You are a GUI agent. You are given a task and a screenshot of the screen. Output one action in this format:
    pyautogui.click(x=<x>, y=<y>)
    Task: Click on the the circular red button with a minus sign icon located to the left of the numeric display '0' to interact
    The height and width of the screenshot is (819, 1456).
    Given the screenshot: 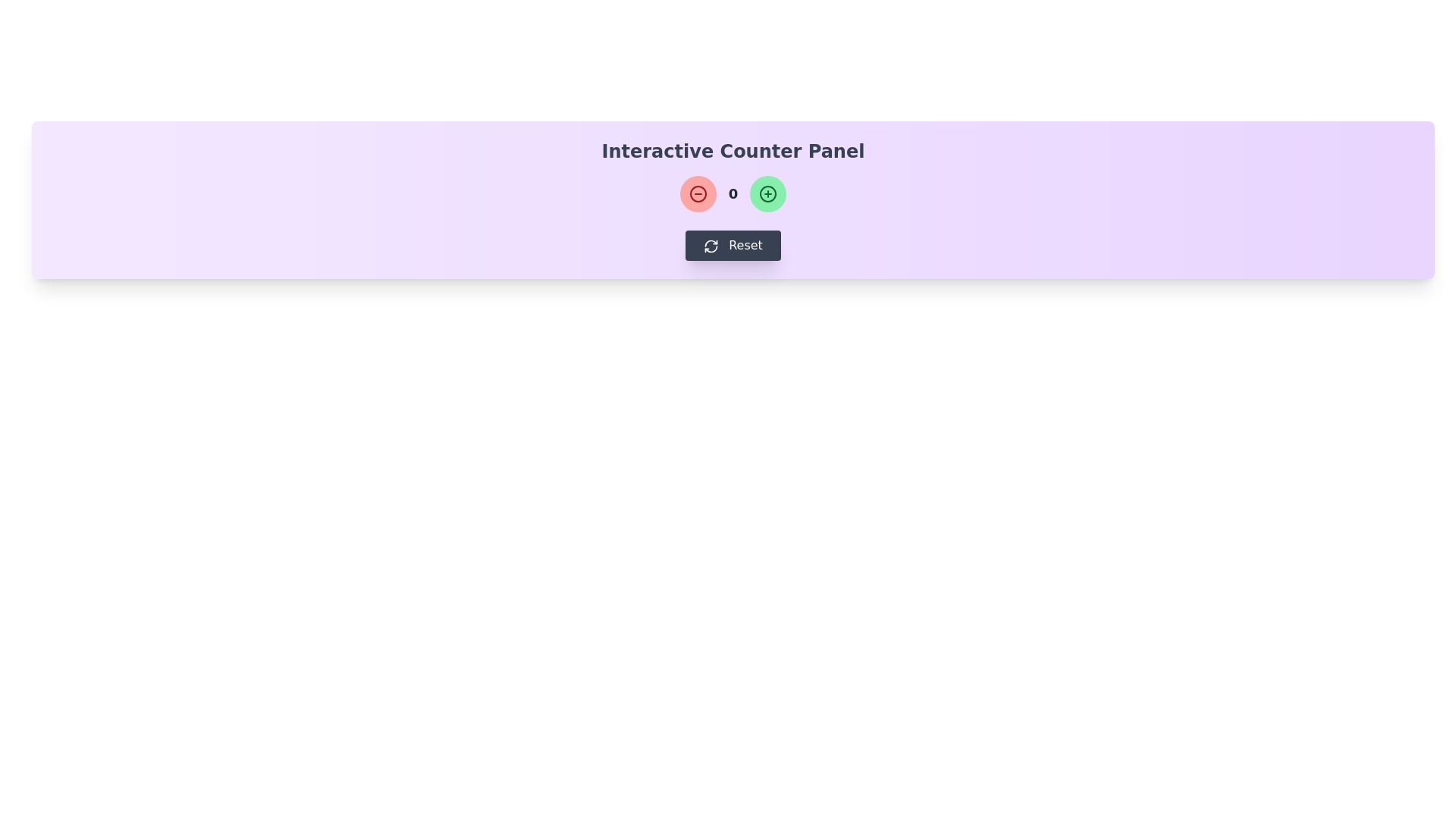 What is the action you would take?
    pyautogui.click(x=697, y=193)
    